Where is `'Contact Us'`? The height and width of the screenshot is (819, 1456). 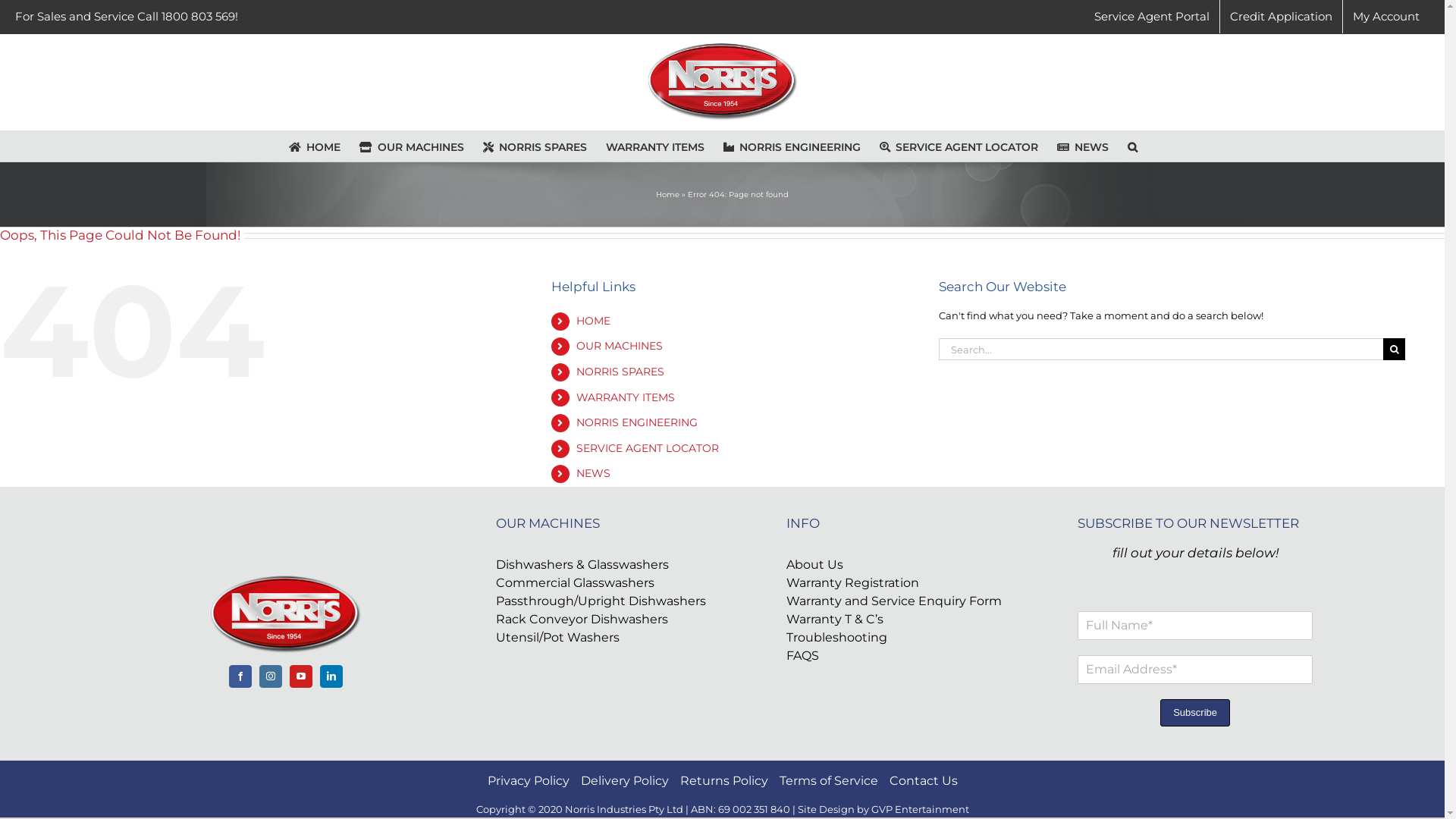 'Contact Us' is located at coordinates (922, 780).